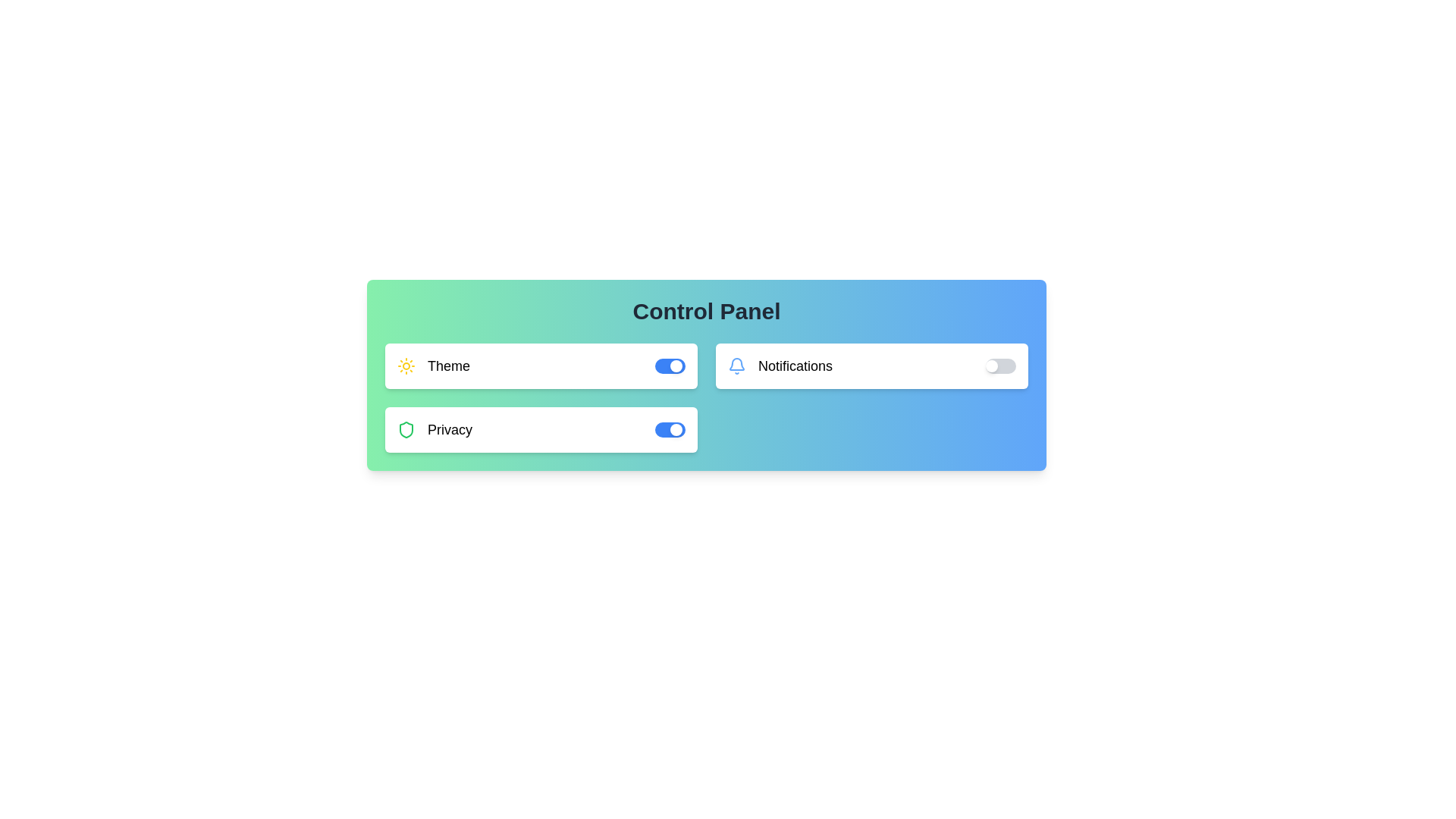 This screenshot has height=819, width=1456. Describe the element at coordinates (1001, 366) in the screenshot. I see `the notifications switch to toggle its state` at that location.